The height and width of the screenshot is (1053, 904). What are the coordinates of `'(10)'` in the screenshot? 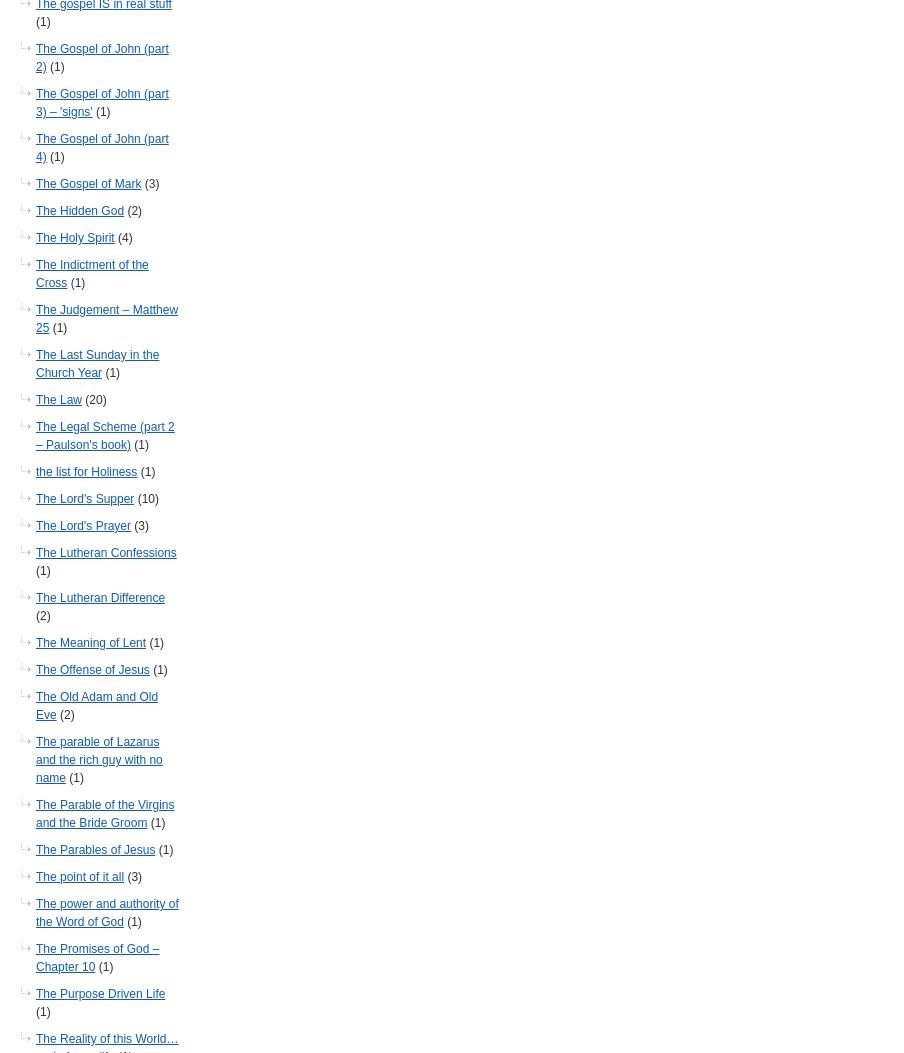 It's located at (145, 499).